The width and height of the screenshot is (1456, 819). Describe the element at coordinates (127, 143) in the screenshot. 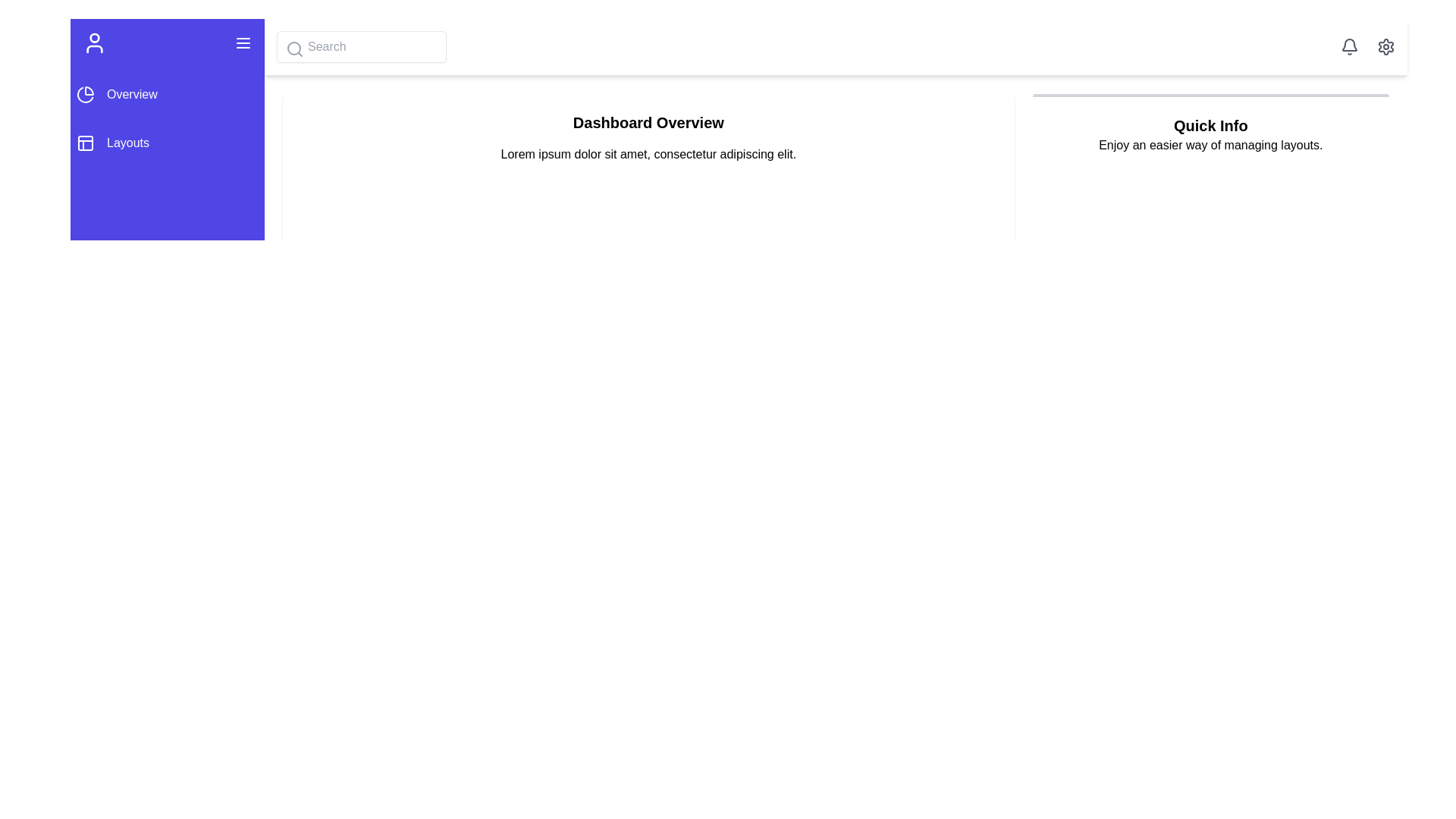

I see `the non-interactive text label displaying 'Layouts' in the vertical navigation menu, located below the 'Overview' menu item` at that location.